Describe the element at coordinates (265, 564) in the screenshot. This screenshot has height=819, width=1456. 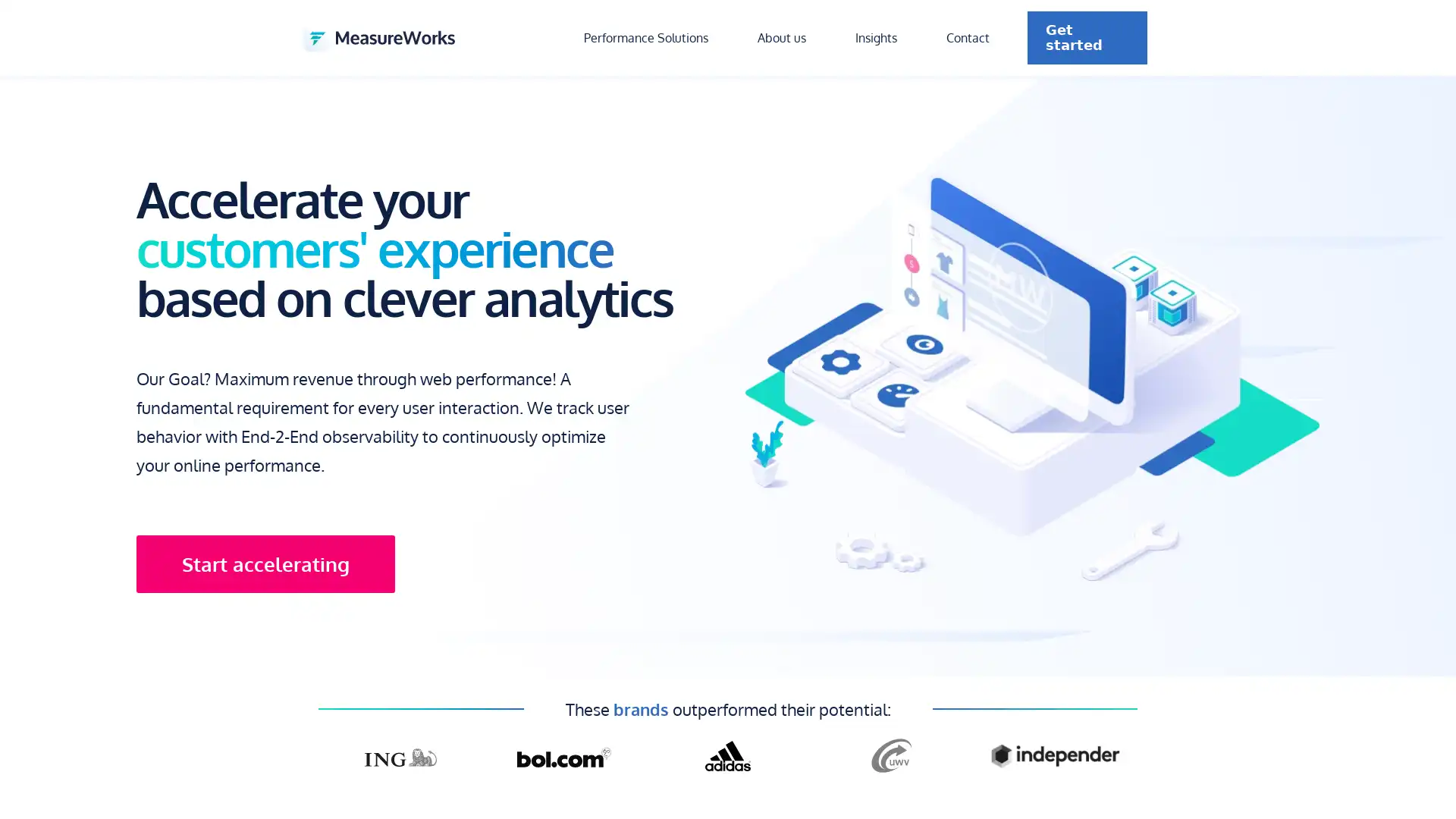
I see `Start accelerating` at that location.